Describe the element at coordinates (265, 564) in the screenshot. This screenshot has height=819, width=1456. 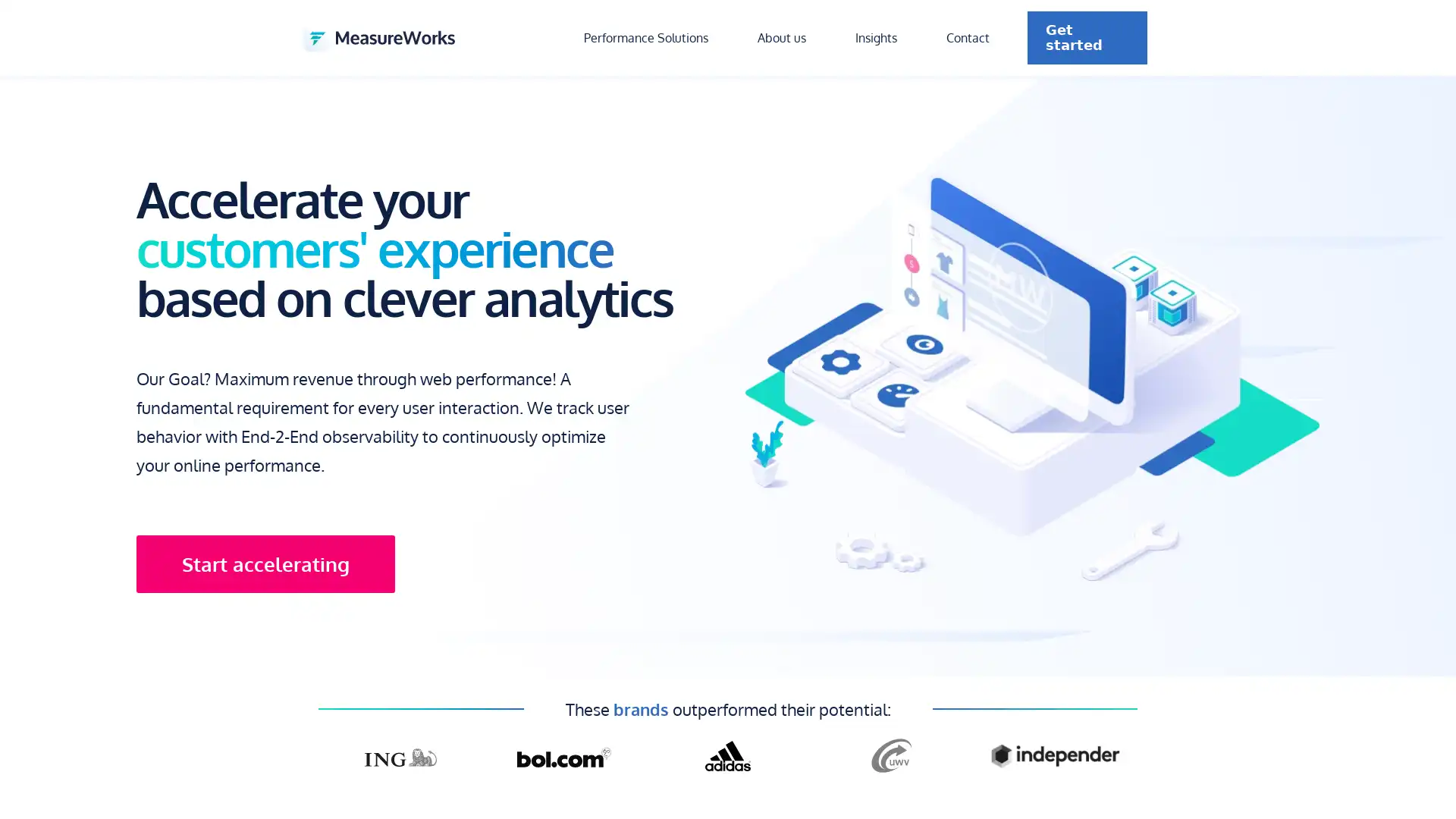
I see `Start accelerating` at that location.